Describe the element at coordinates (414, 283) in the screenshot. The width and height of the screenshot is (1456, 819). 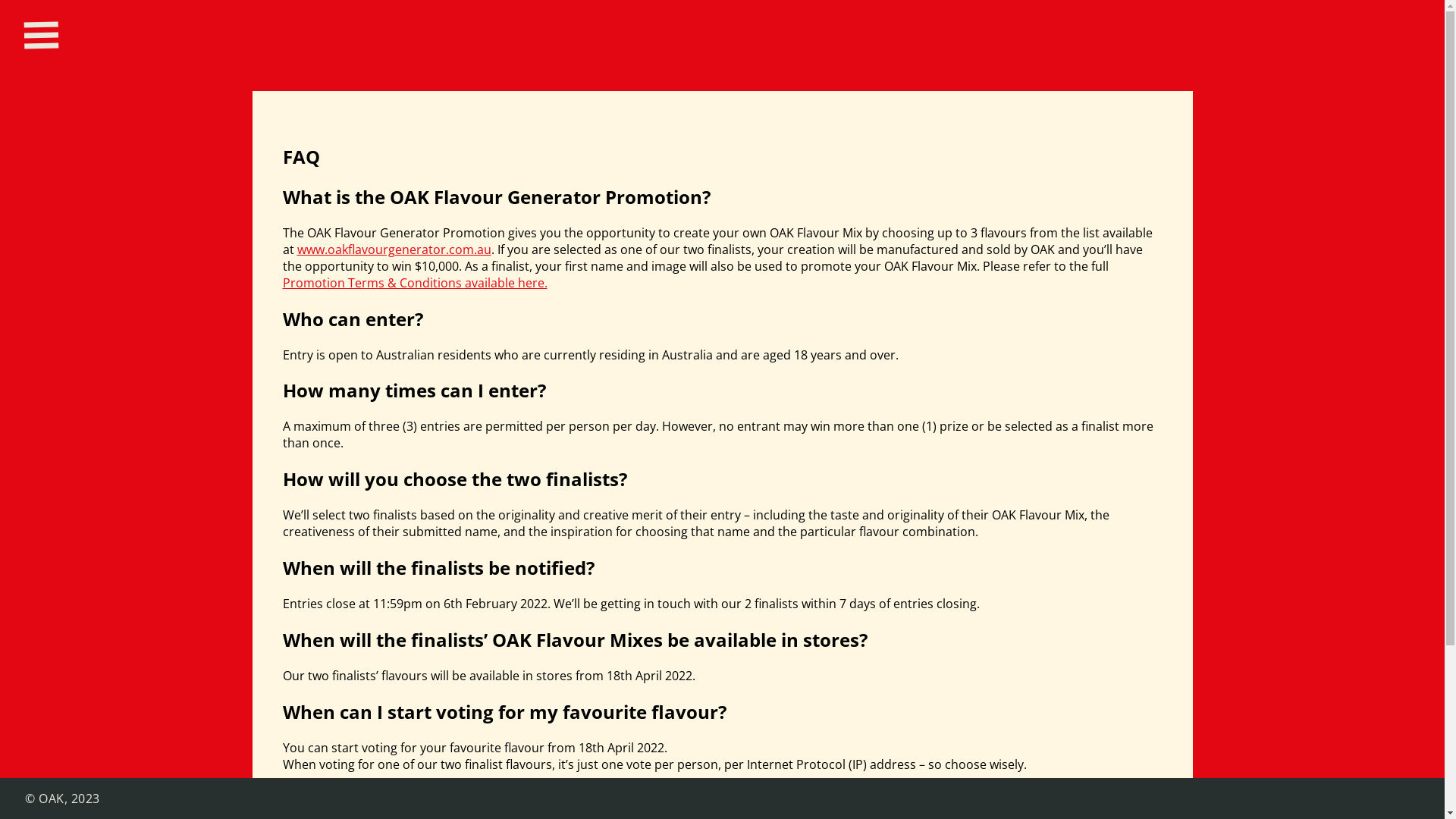
I see `'Promotion Terms & Conditions available here.'` at that location.